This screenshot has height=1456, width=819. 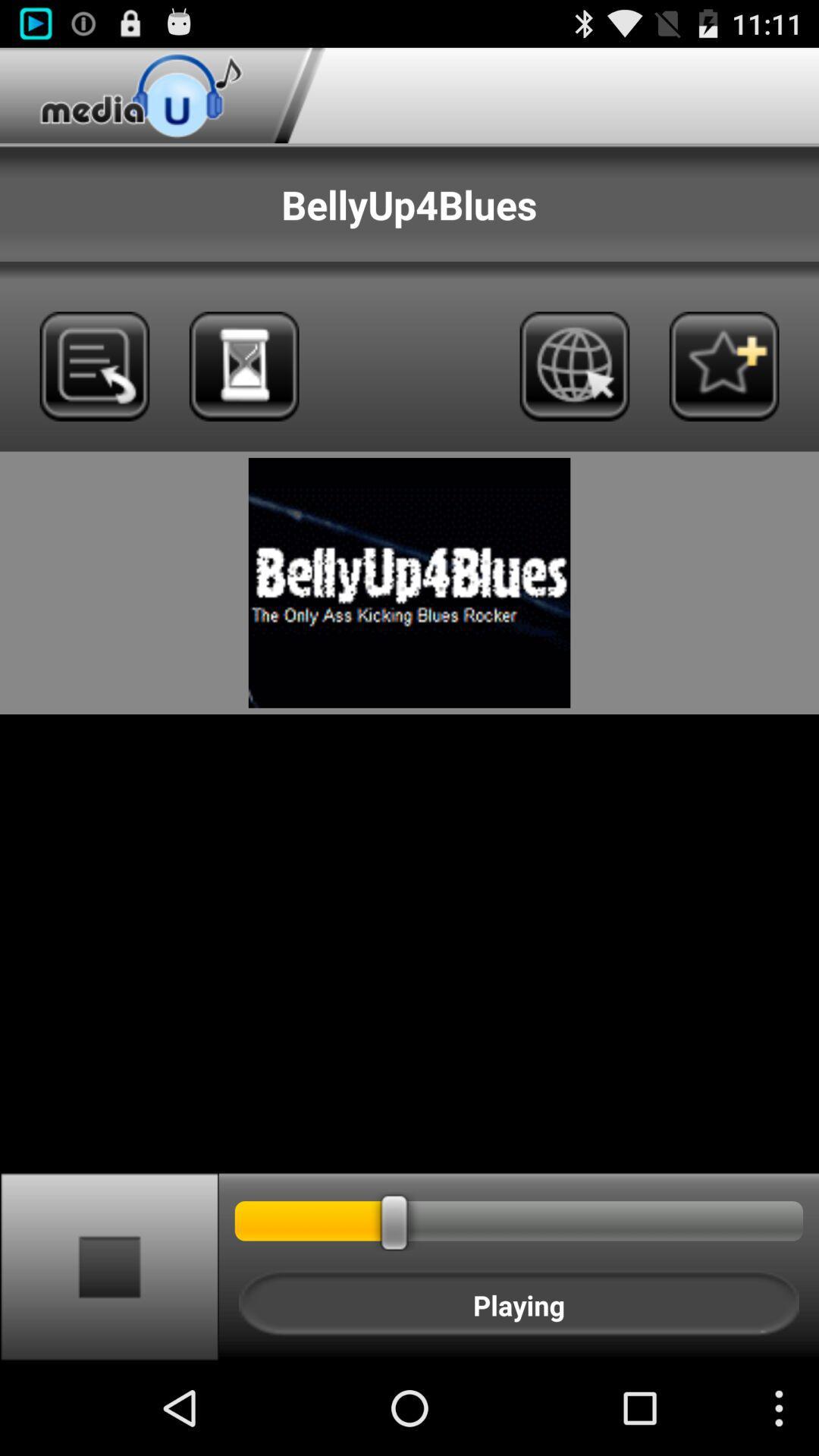 I want to click on button at the bottom left corner, so click(x=108, y=1266).